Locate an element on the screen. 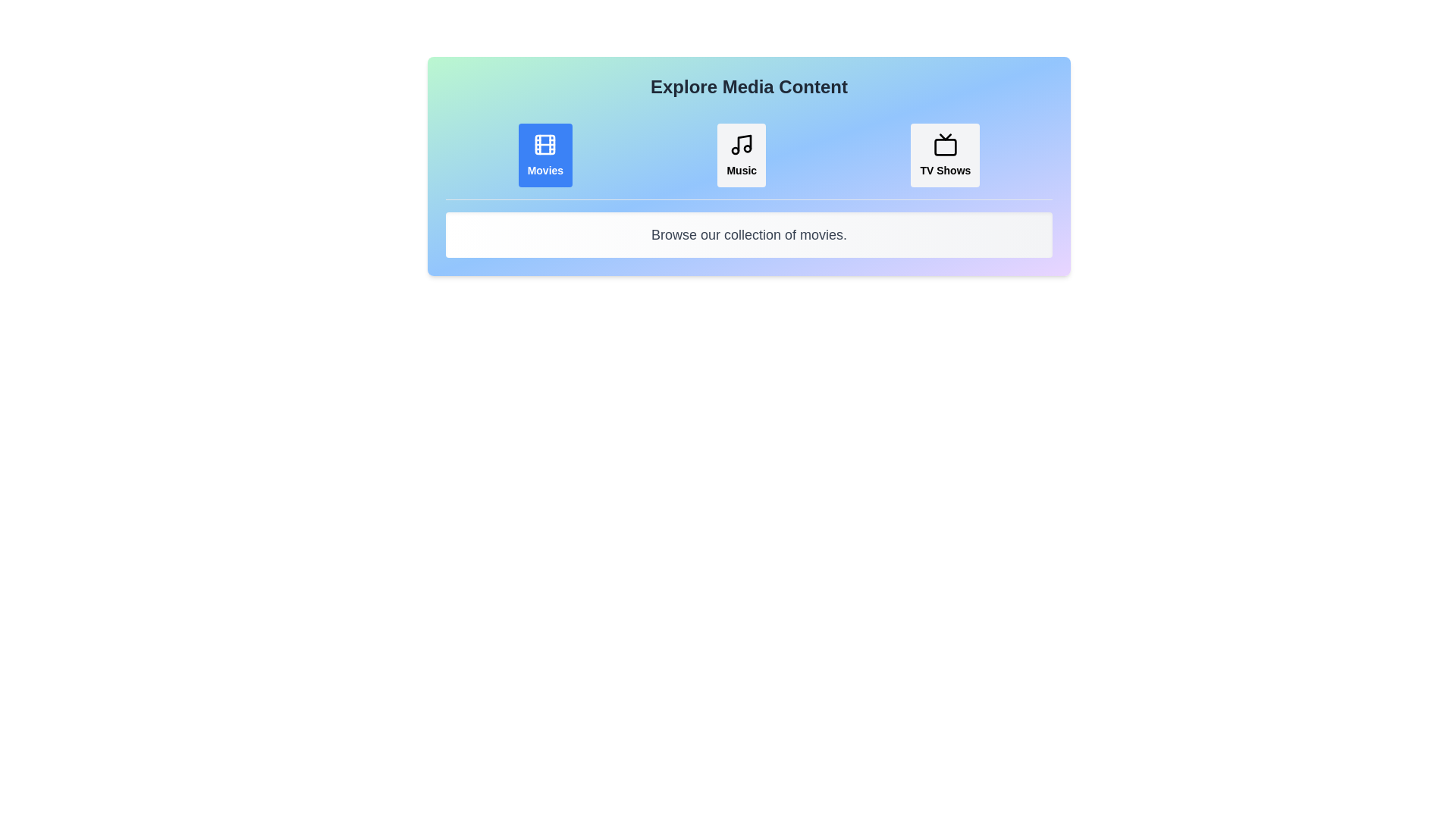  the decorative graphic (SVG rectangle) that is centrally aligned within the film strip icon located under the 'Movies' label is located at coordinates (545, 145).